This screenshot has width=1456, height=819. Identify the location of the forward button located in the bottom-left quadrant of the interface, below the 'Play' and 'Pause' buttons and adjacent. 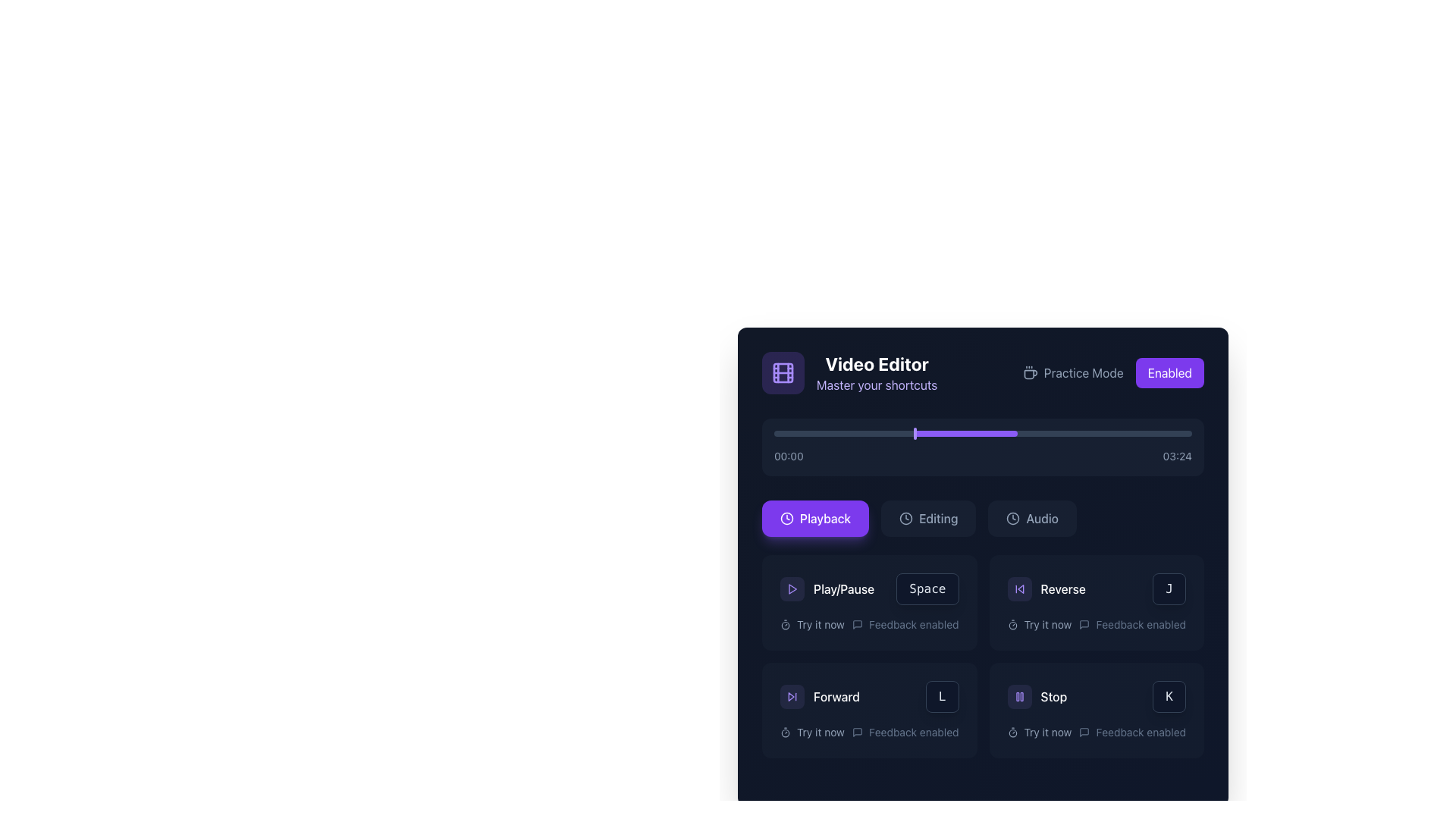
(819, 696).